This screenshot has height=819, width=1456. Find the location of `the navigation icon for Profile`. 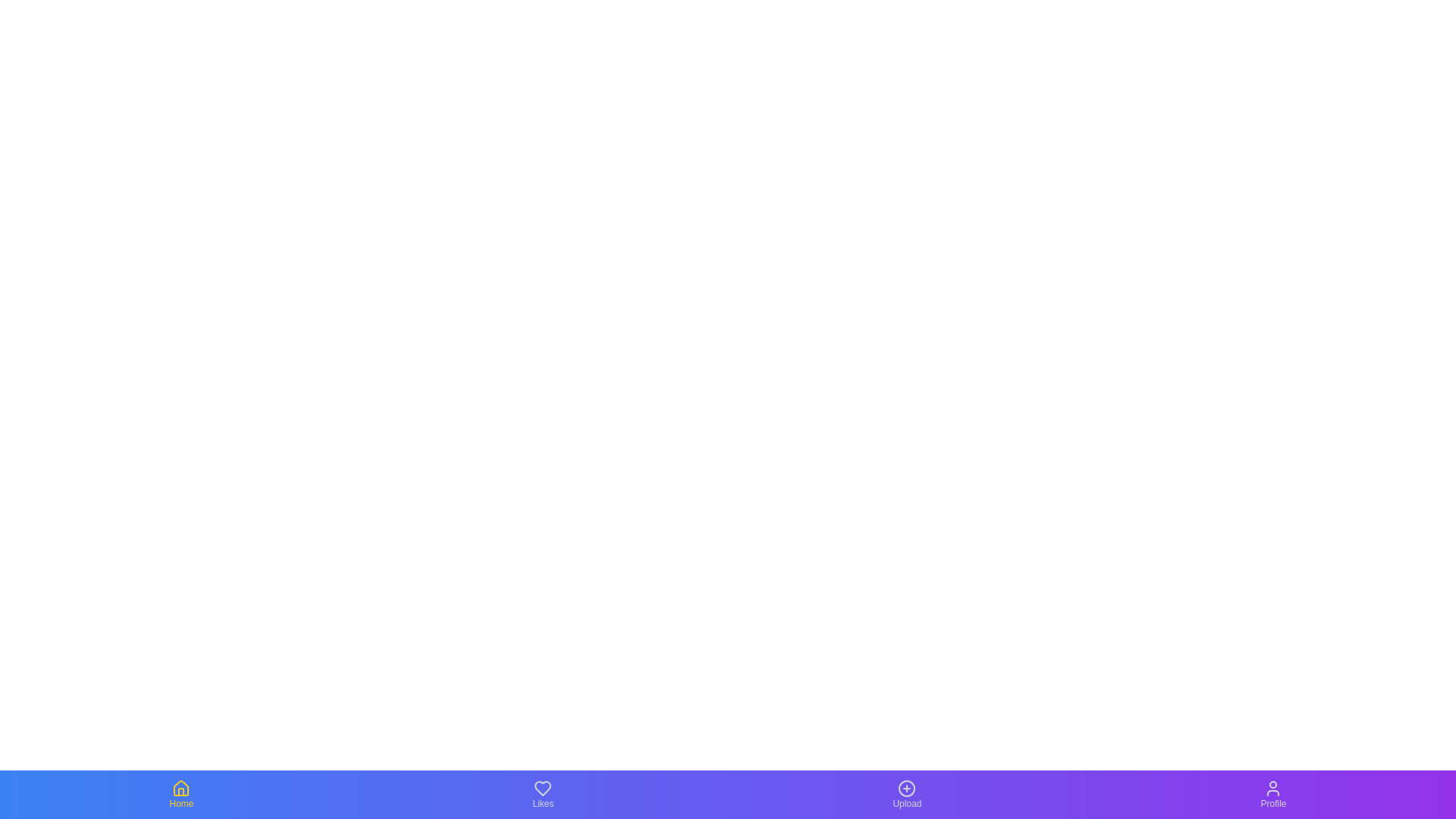

the navigation icon for Profile is located at coordinates (1273, 794).